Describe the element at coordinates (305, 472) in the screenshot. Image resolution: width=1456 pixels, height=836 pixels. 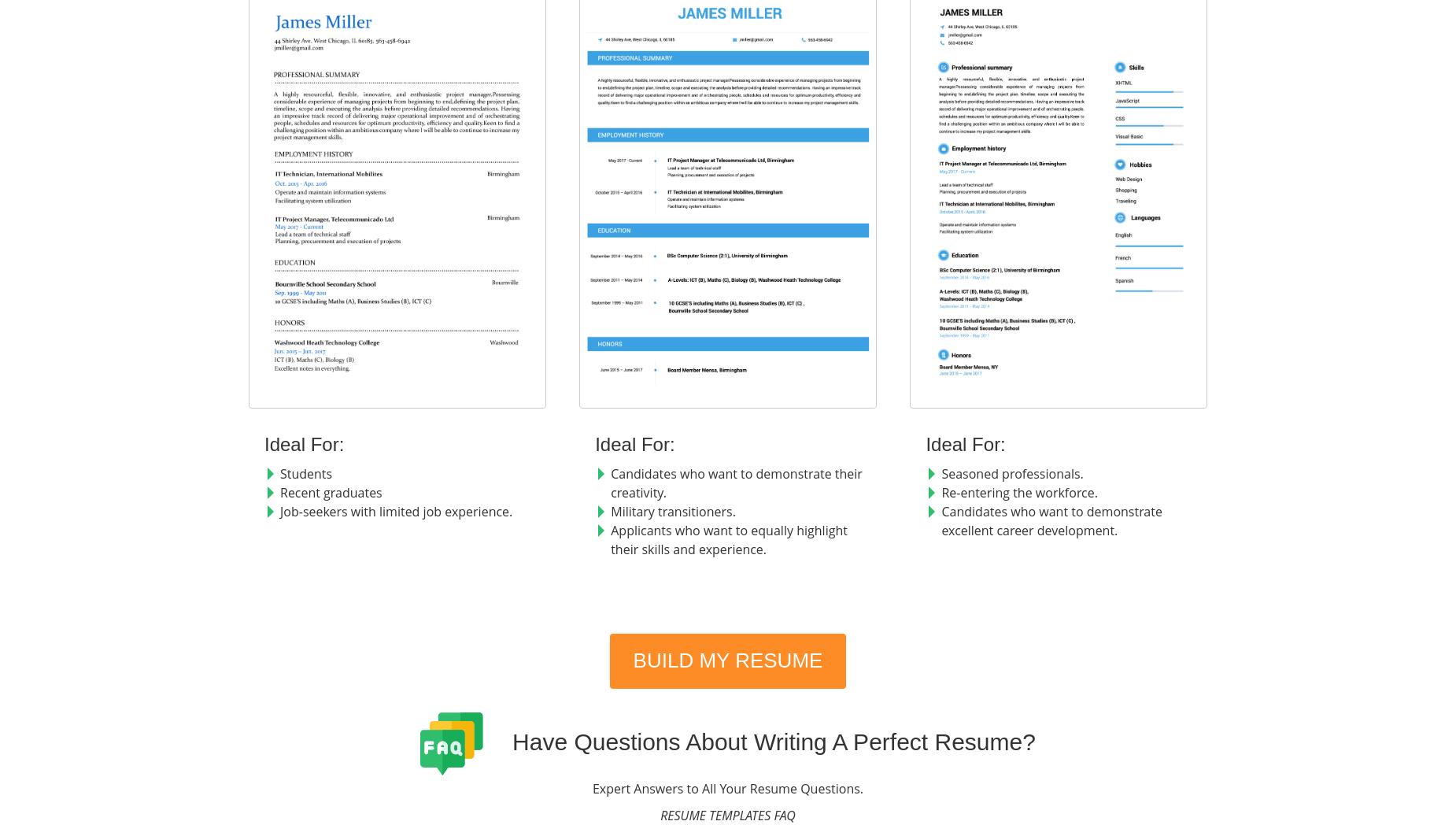
I see `'Students'` at that location.